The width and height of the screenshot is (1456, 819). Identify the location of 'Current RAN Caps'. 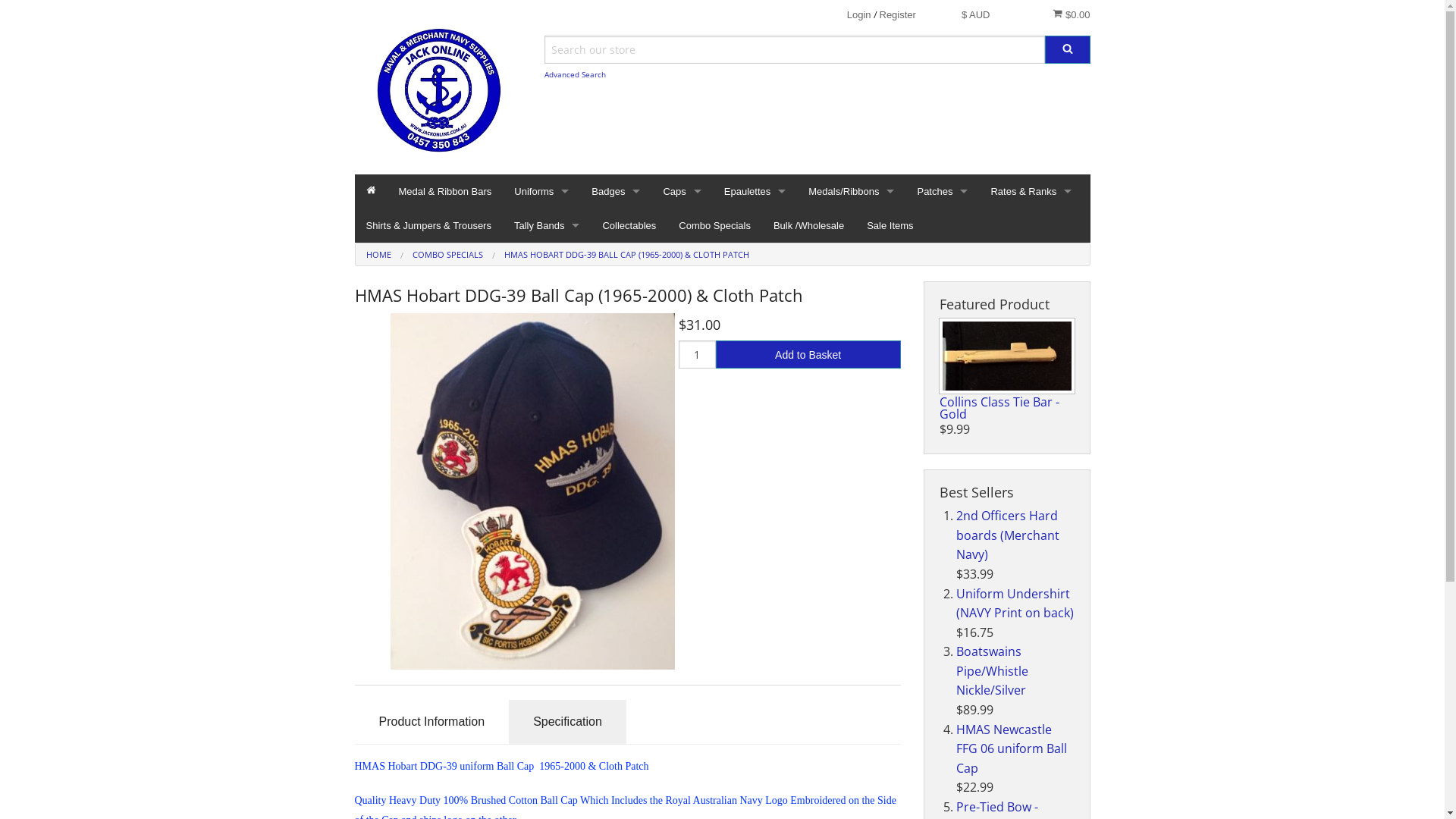
(680, 278).